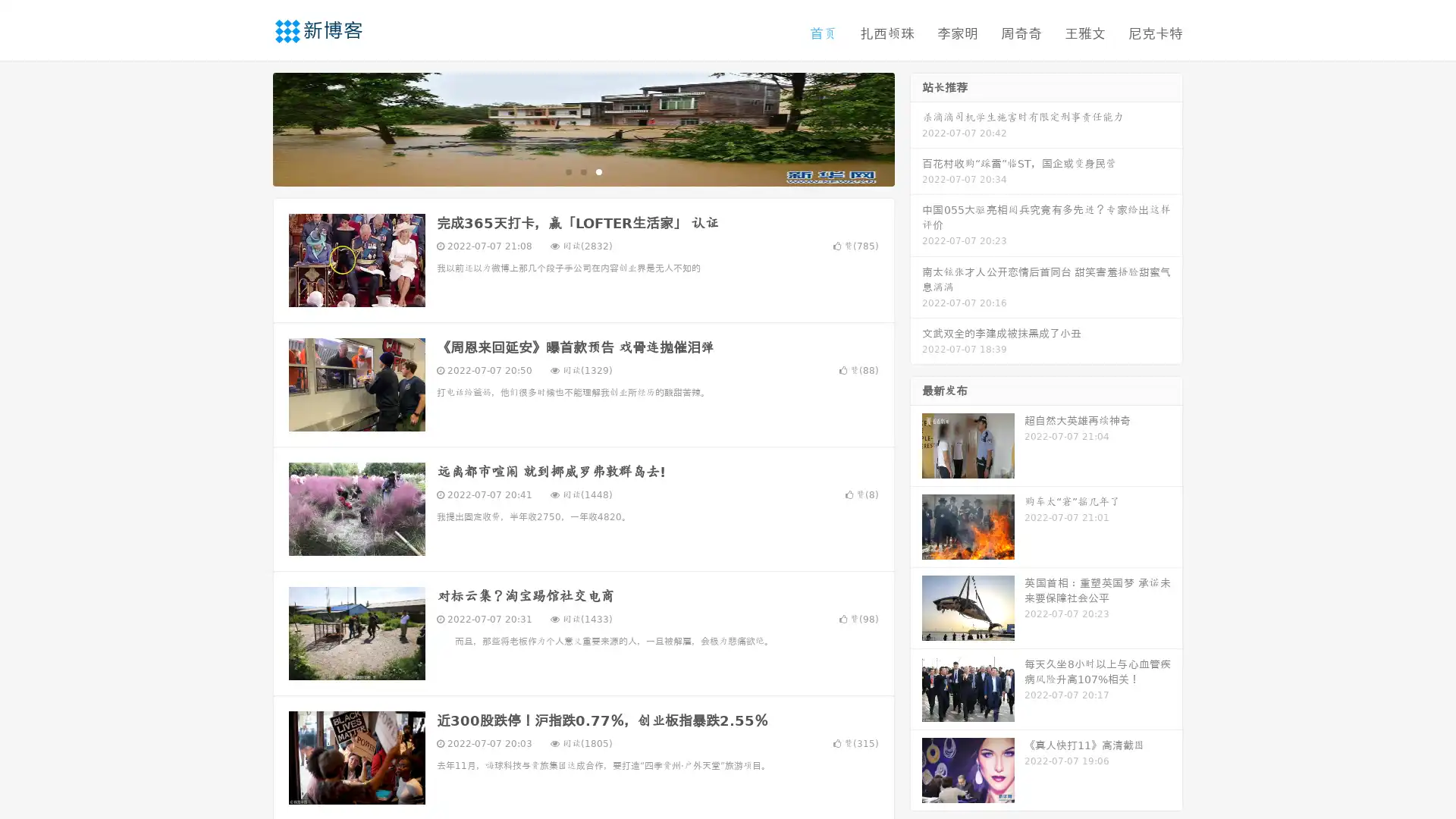 The image size is (1456, 819). I want to click on Next slide, so click(916, 127).